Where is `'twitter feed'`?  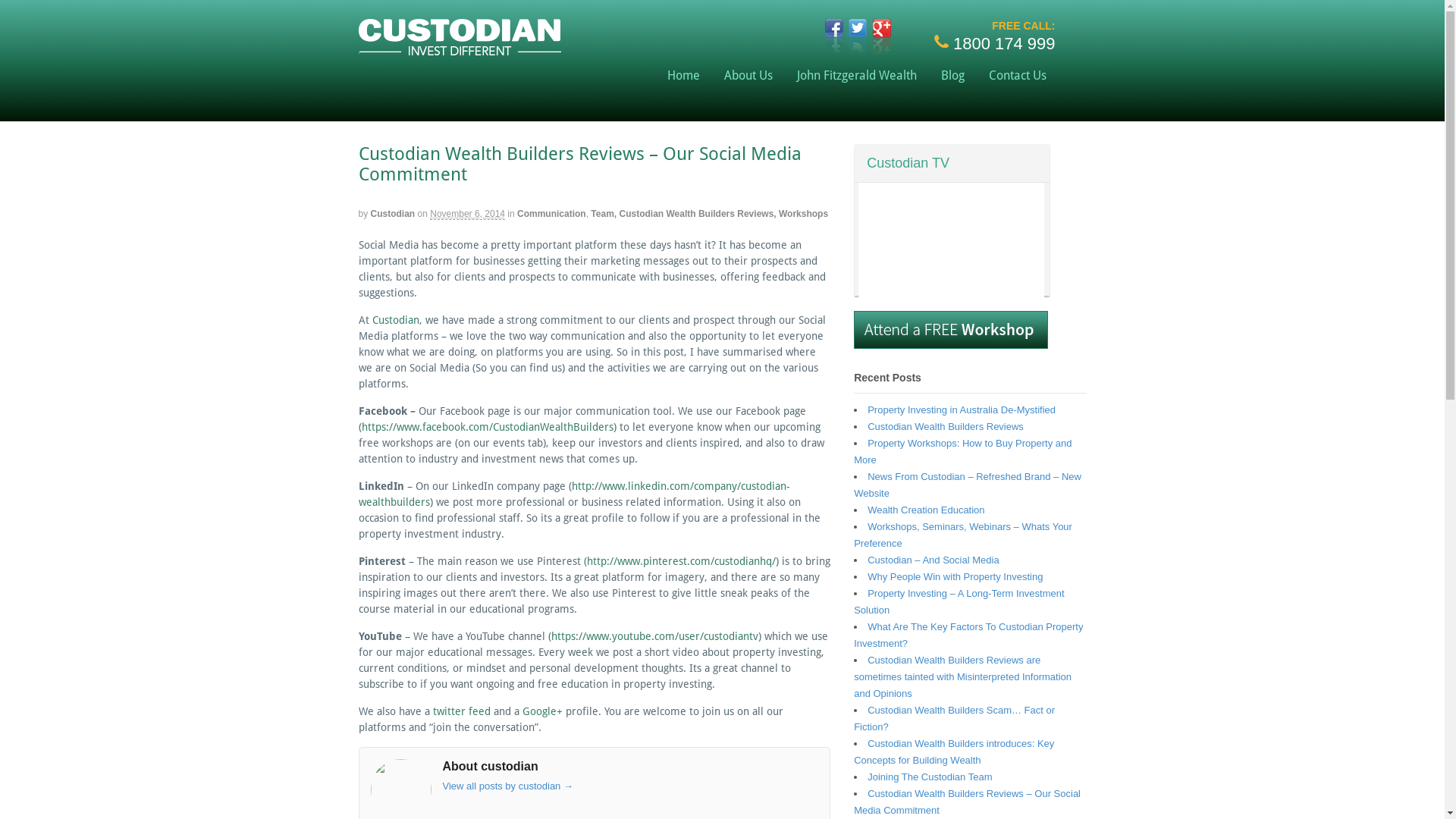 'twitter feed' is located at coordinates (460, 711).